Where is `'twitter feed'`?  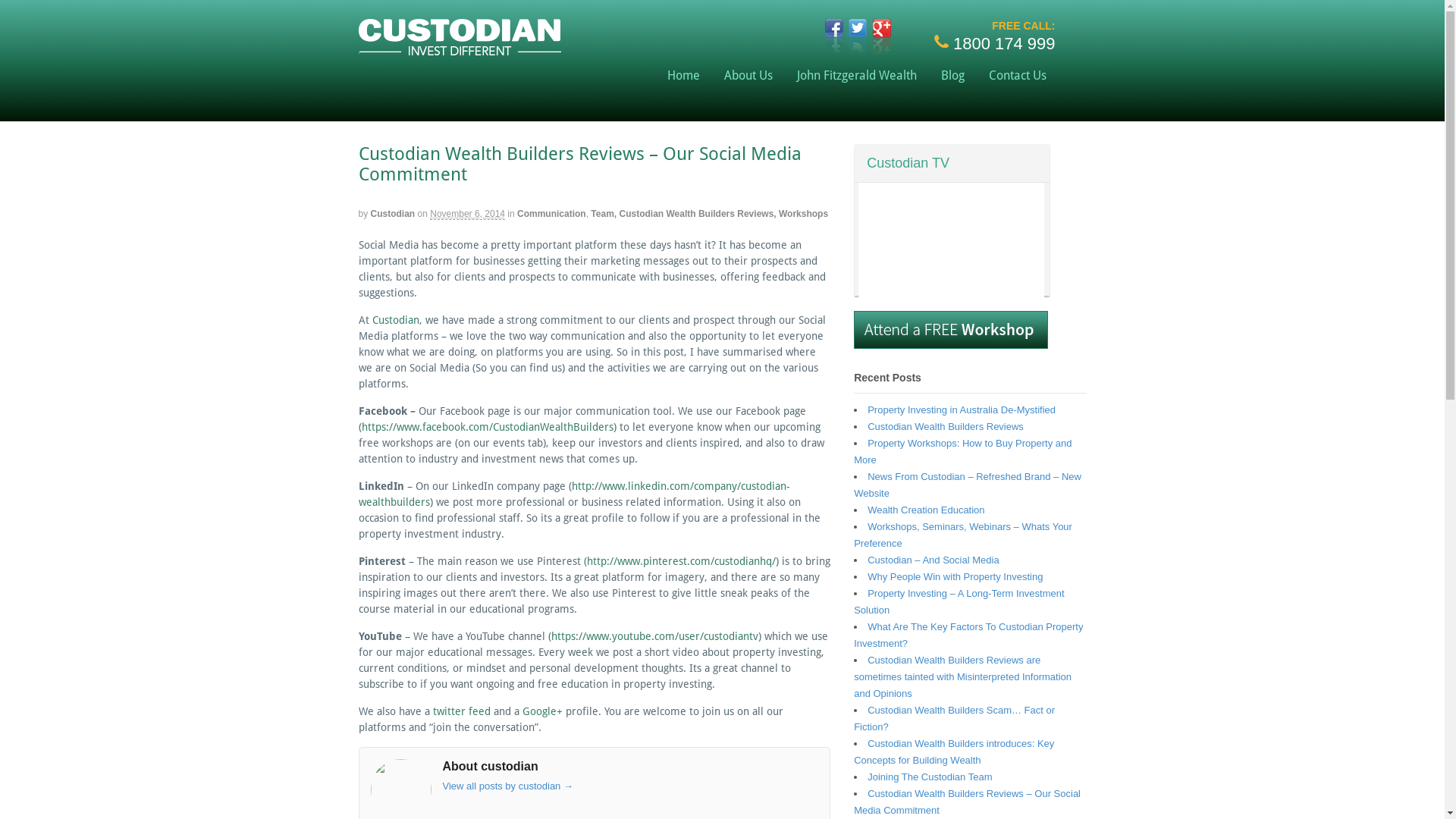 'twitter feed' is located at coordinates (460, 711).